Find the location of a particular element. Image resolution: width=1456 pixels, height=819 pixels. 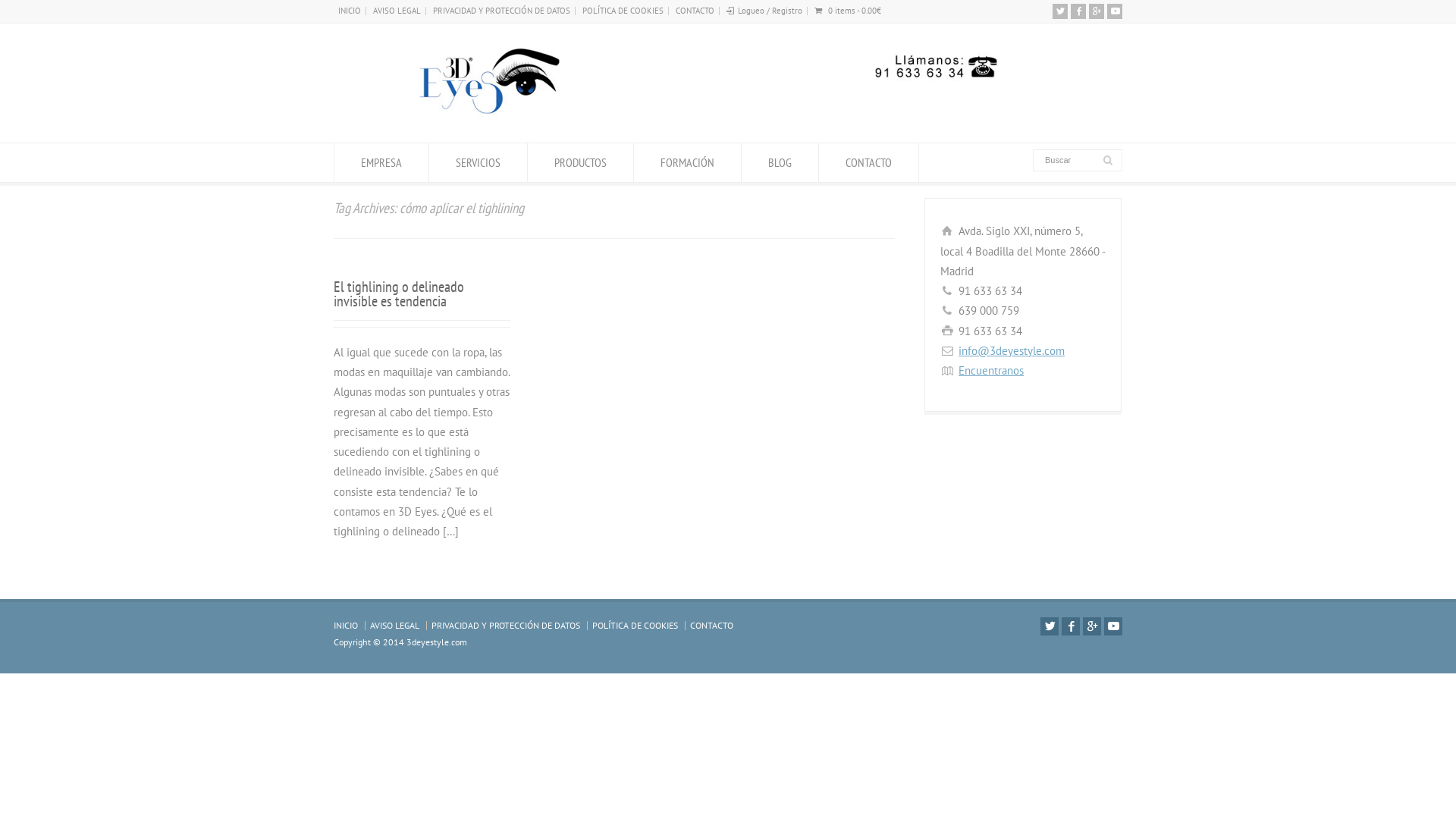

'PRODUCTOS' is located at coordinates (579, 162).